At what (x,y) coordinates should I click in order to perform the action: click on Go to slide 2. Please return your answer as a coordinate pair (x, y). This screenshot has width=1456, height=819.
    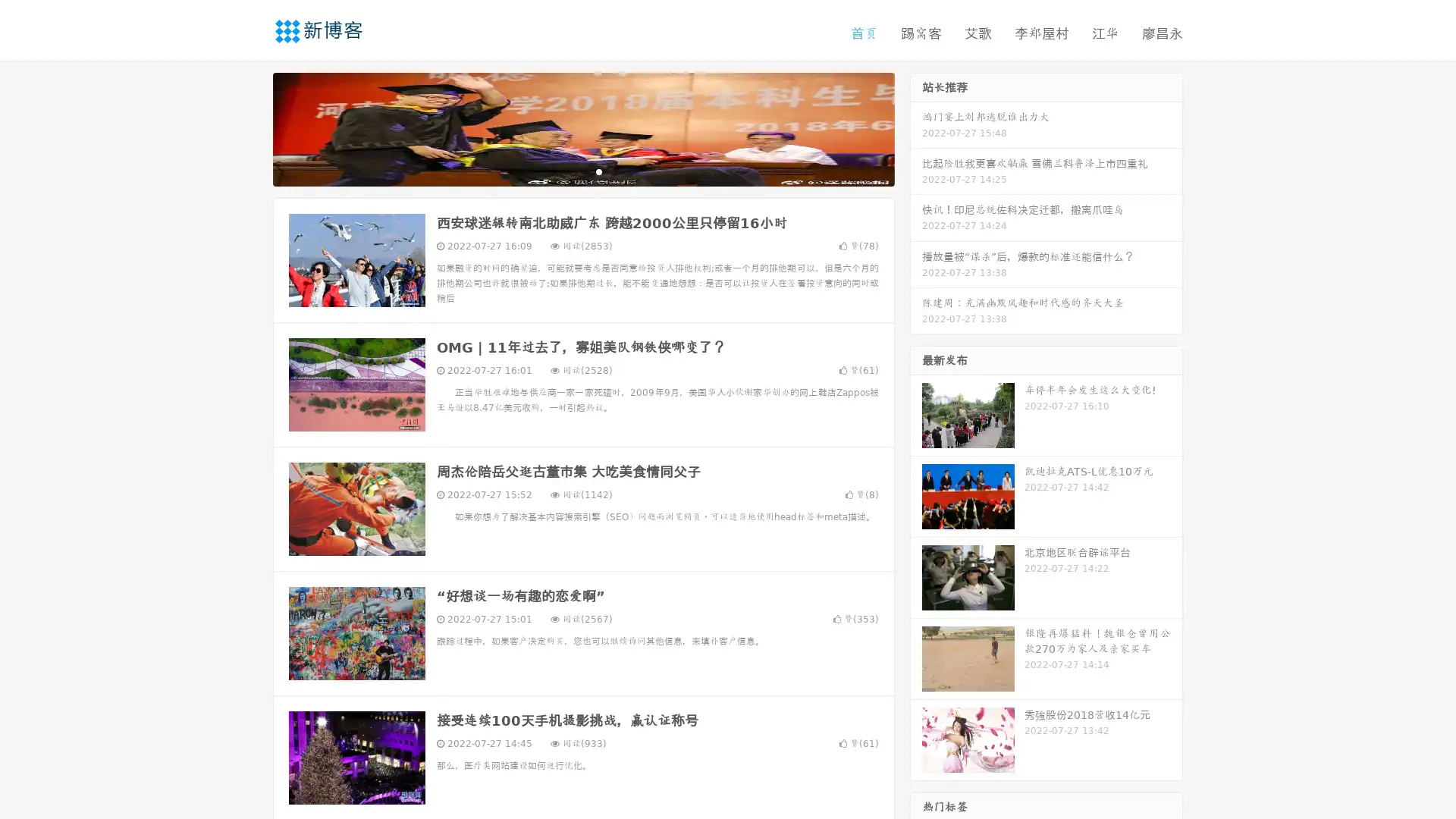
    Looking at the image, I should click on (582, 171).